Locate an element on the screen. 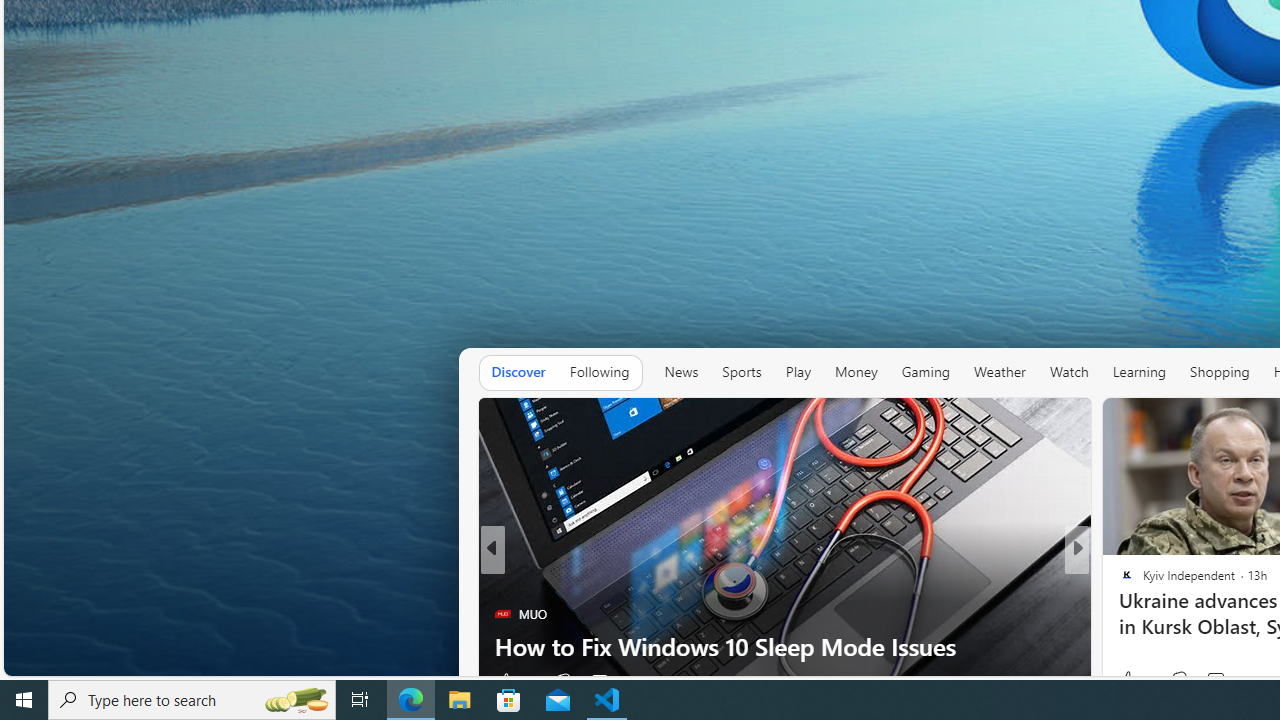 The height and width of the screenshot is (720, 1280). 'View comments 141 Comment' is located at coordinates (1227, 680).